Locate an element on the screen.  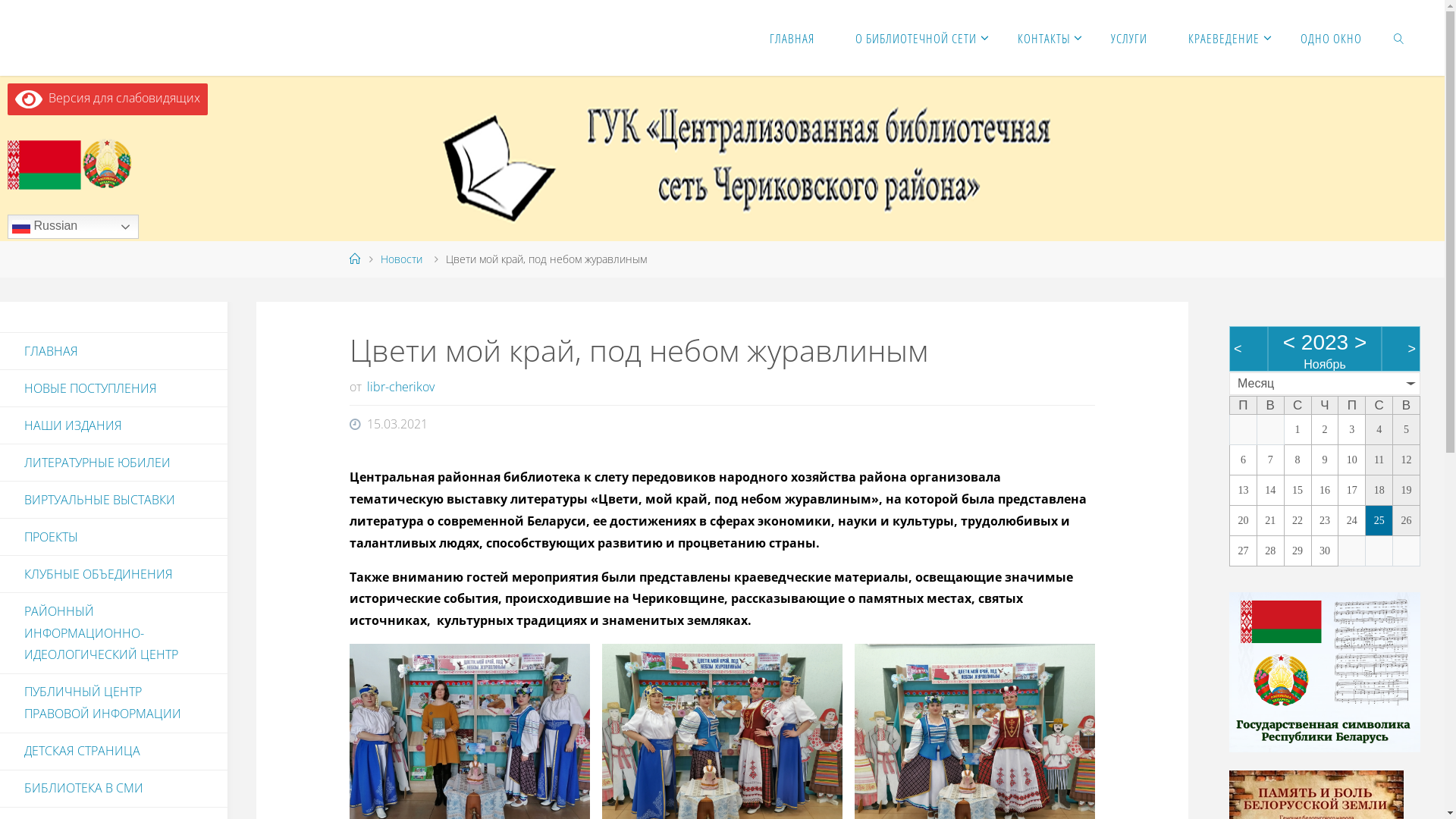
'>' is located at coordinates (1410, 348).